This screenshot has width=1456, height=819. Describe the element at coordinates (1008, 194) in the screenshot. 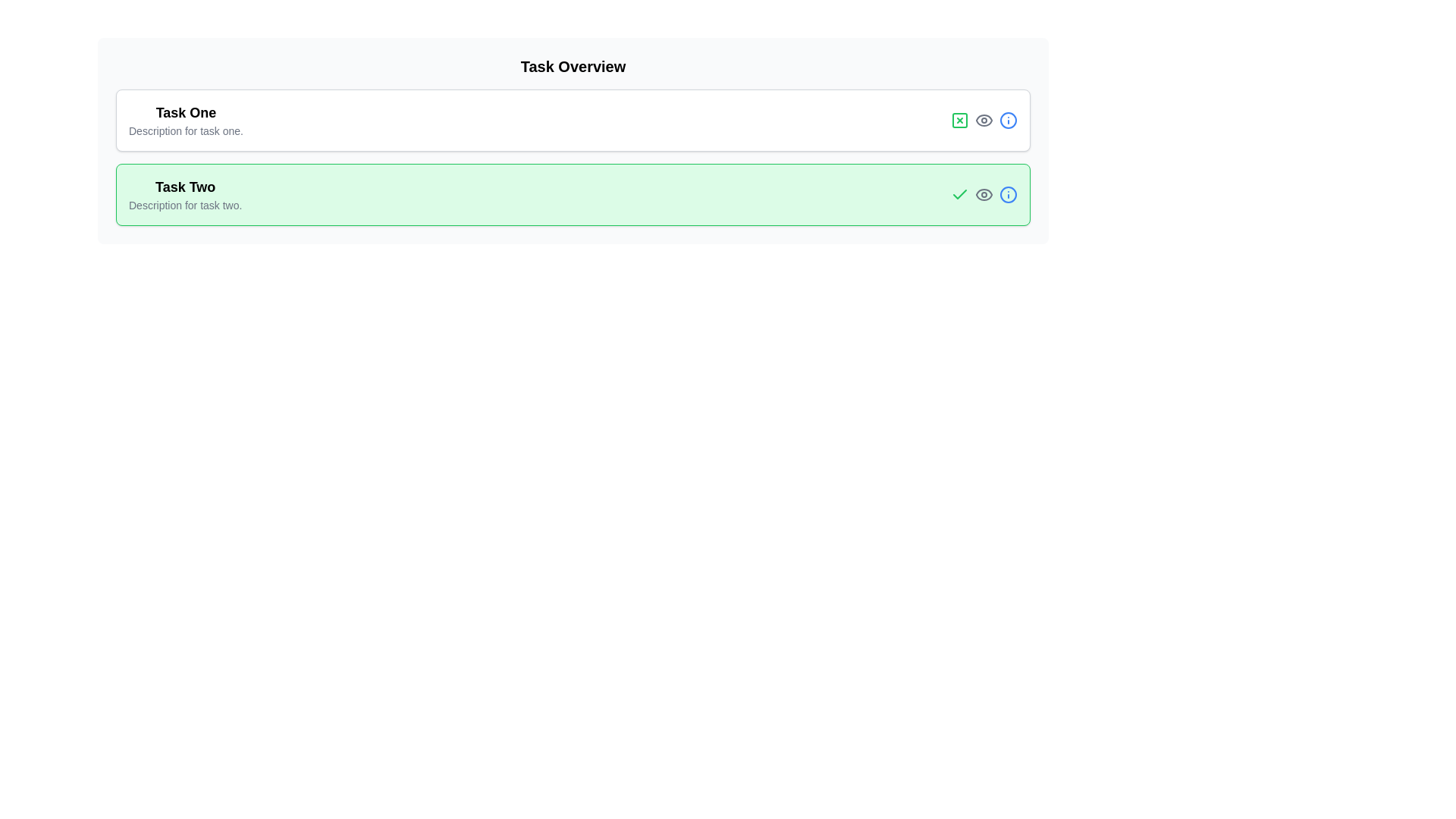

I see `the small blue information icon located on the right side of the green task box labeled 'Task Two'` at that location.